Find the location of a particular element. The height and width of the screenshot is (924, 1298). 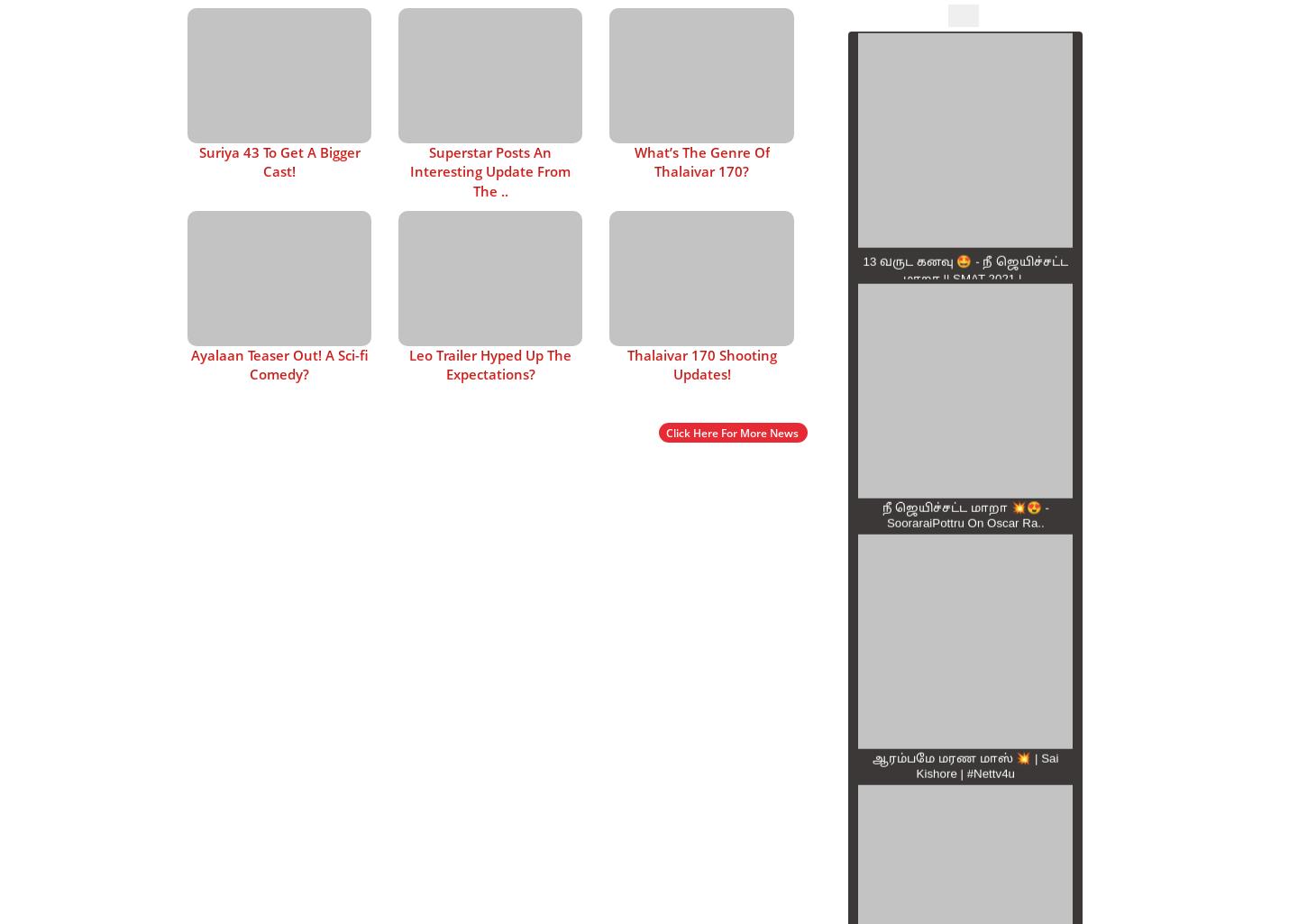

'Click Here For More News' is located at coordinates (663, 432).